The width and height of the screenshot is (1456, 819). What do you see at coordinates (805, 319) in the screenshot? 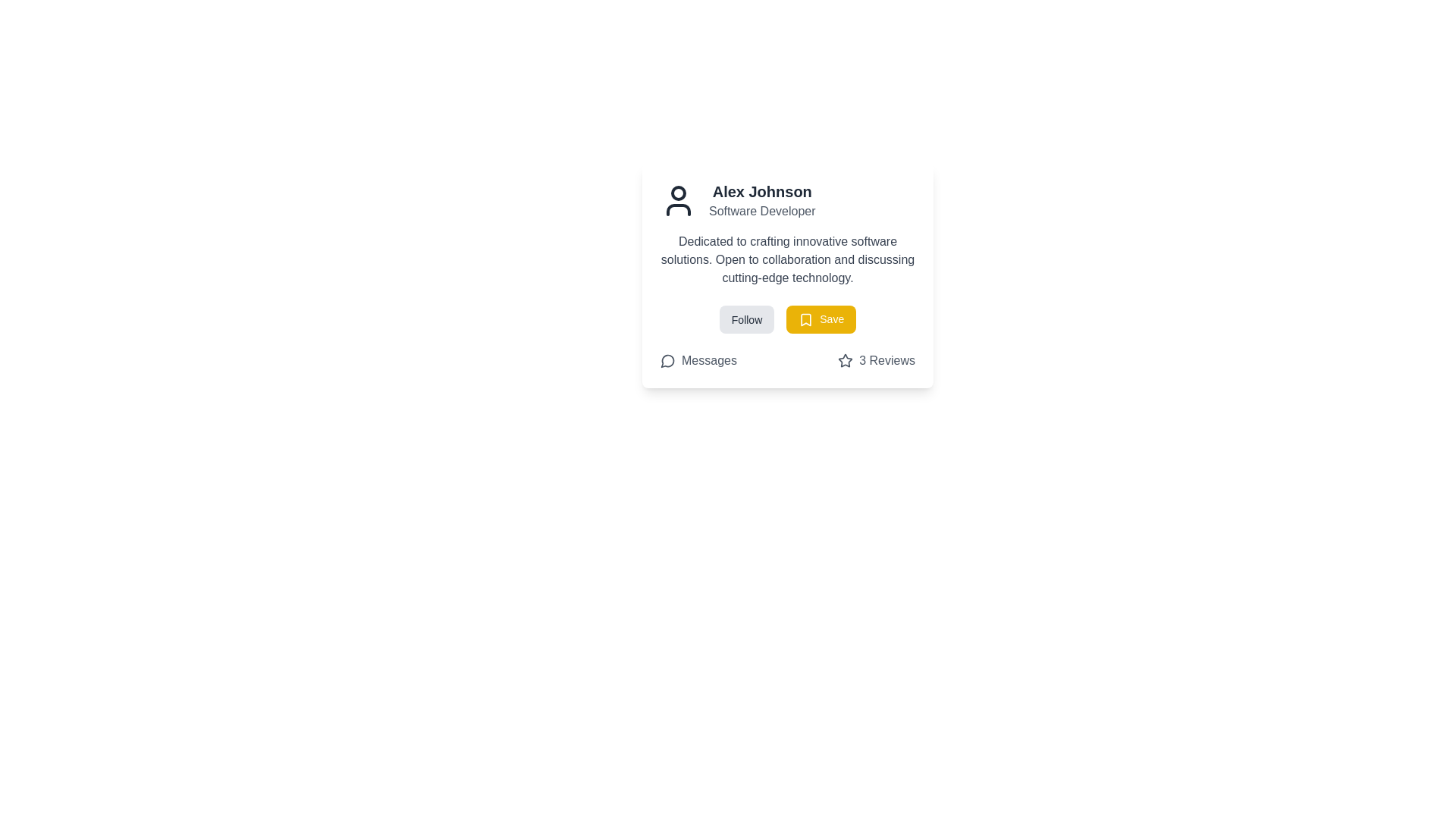
I see `the bookmark icon, which is a minimalist SVG representation located to the left of the 'Save' button, indicating its functionality related to saving or bookmarking` at bounding box center [805, 319].